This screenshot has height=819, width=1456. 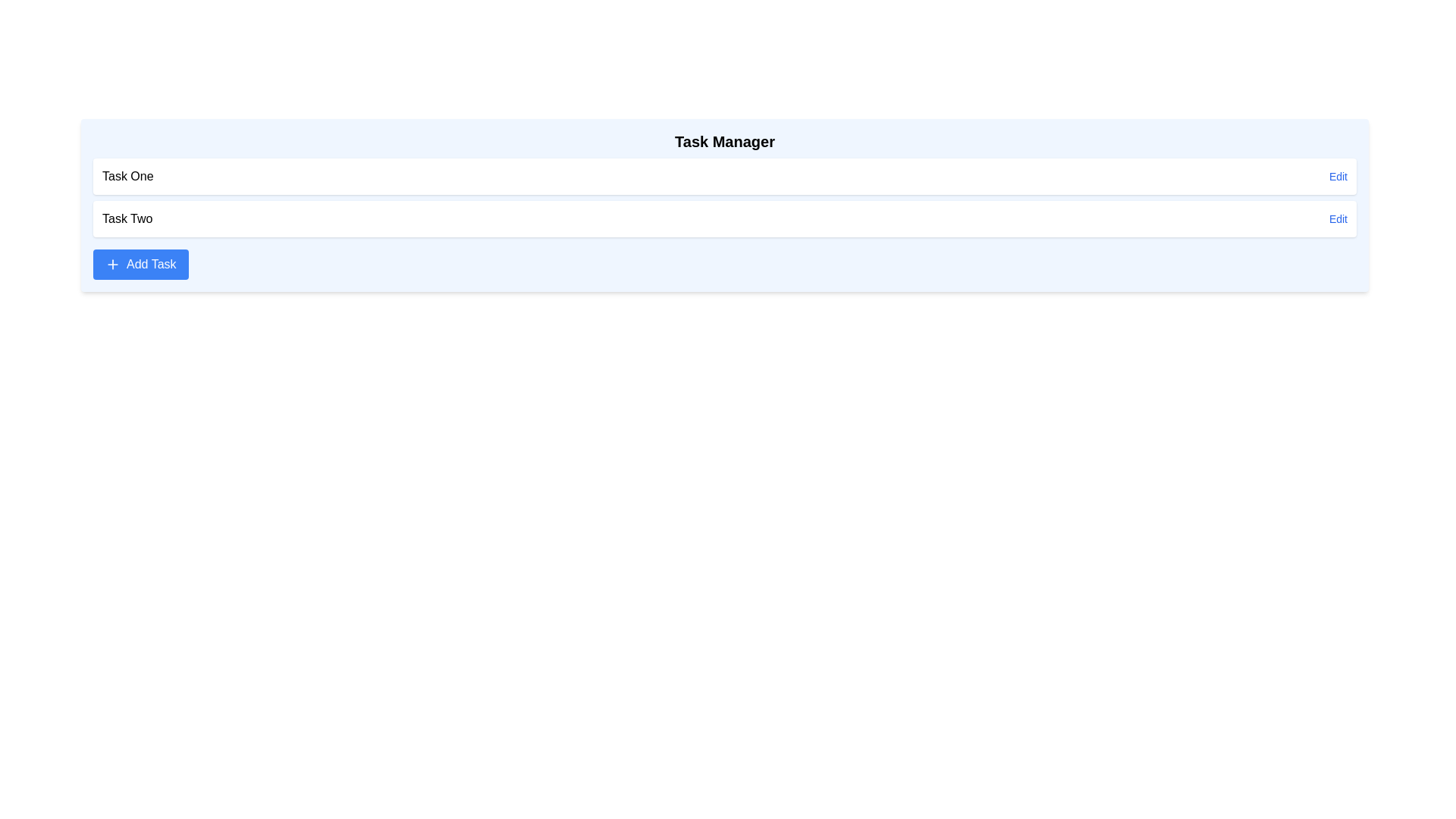 What do you see at coordinates (140, 263) in the screenshot?
I see `the blue 'Add Task' button located below the list of tasks in the 'Task Manager', which has a white plus icon on its left side` at bounding box center [140, 263].